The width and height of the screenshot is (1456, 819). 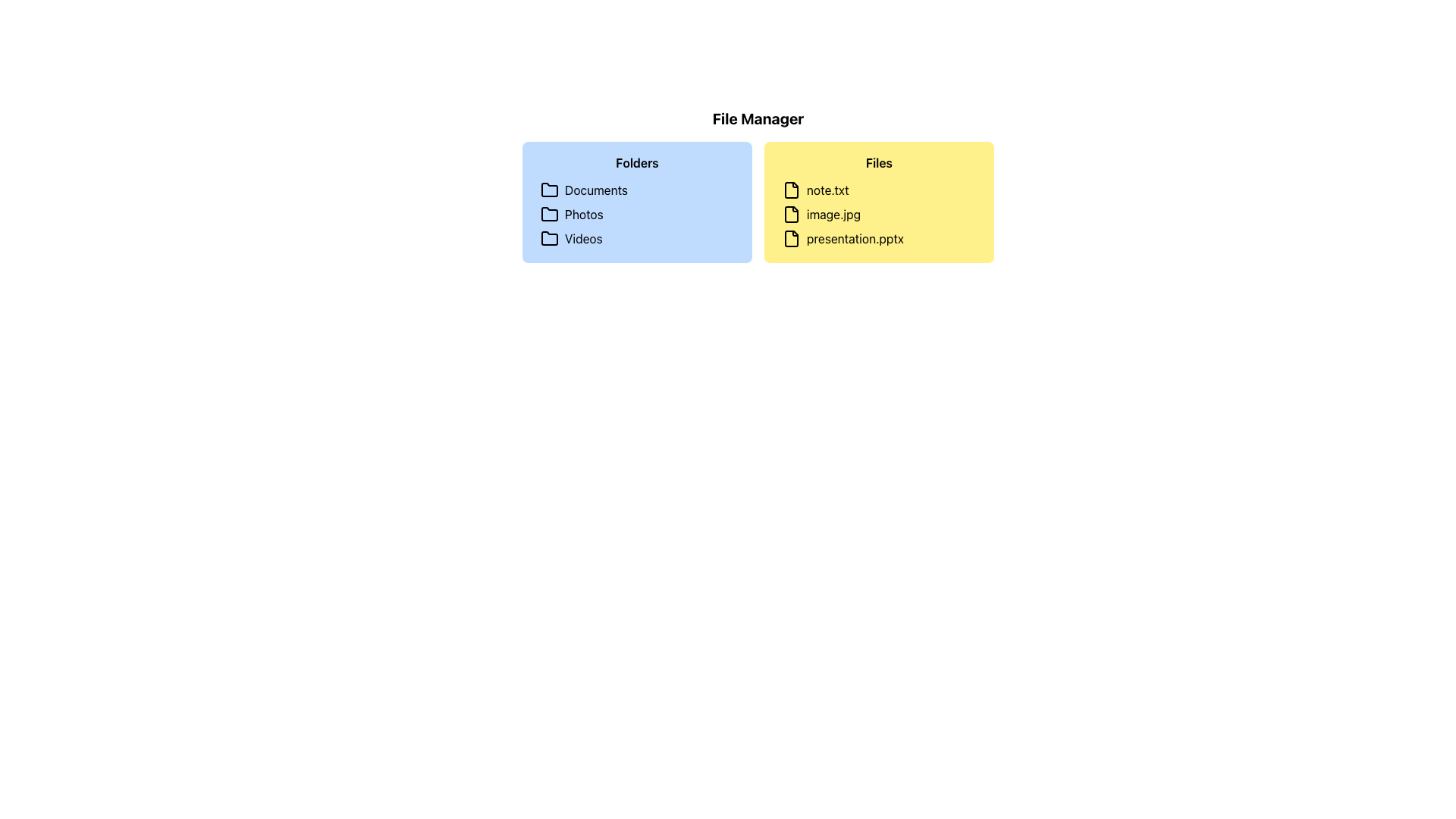 What do you see at coordinates (637, 201) in the screenshot?
I see `the content displayed within the 'Folders' panel, which contains the list items 'Documents', 'Photos', and 'Videos' with folder icons` at bounding box center [637, 201].